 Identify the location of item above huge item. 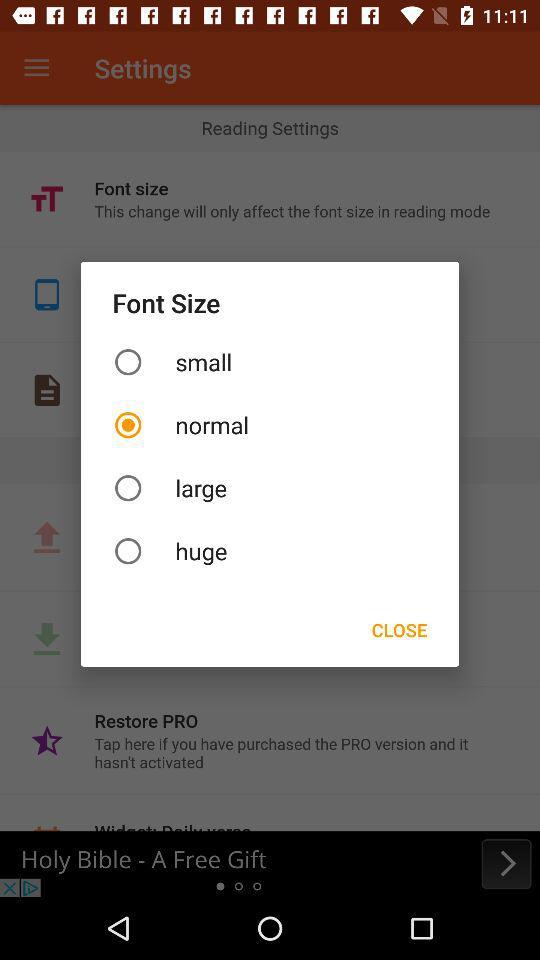
(270, 487).